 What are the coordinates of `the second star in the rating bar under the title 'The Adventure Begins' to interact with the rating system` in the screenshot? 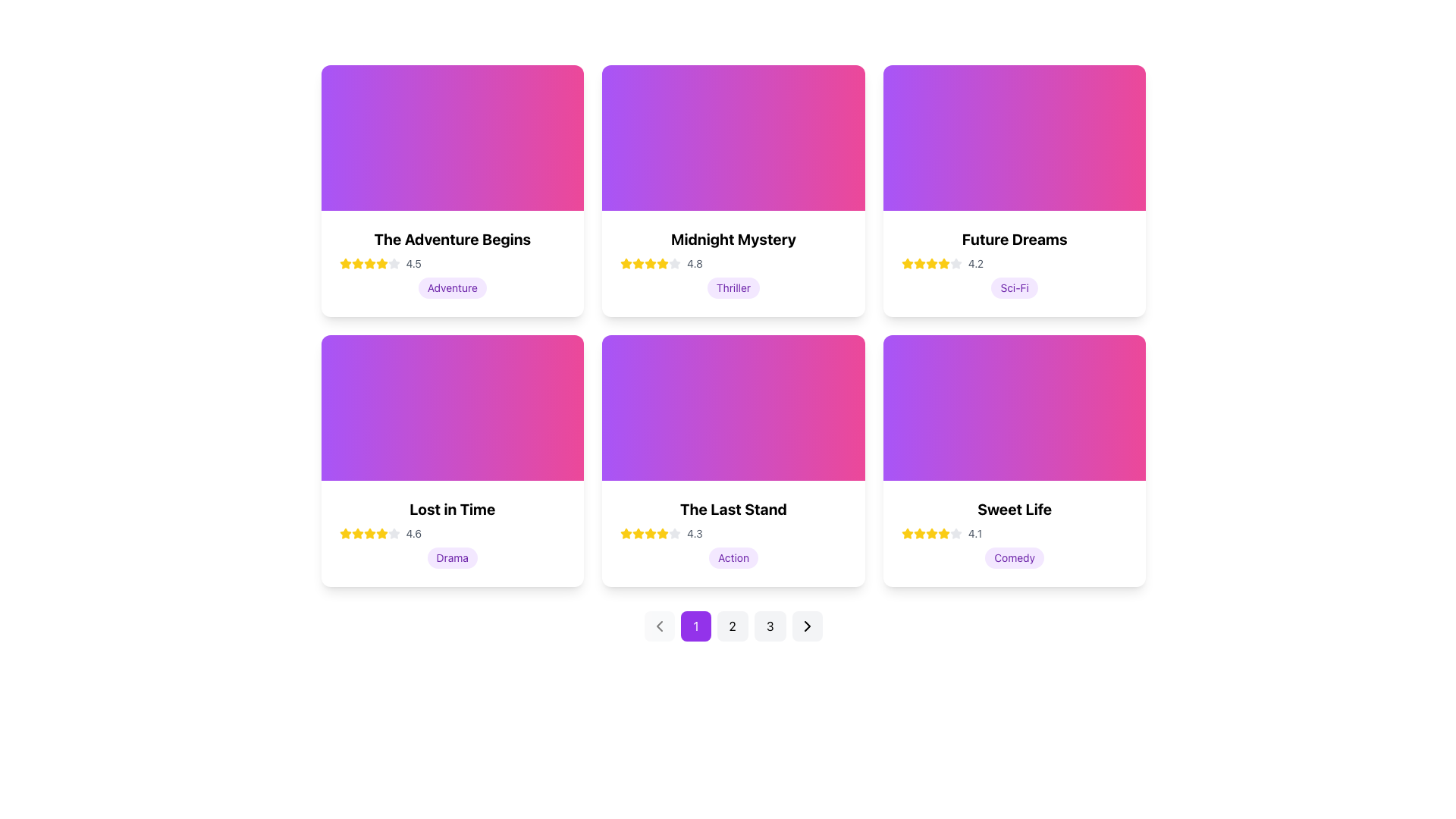 It's located at (356, 262).